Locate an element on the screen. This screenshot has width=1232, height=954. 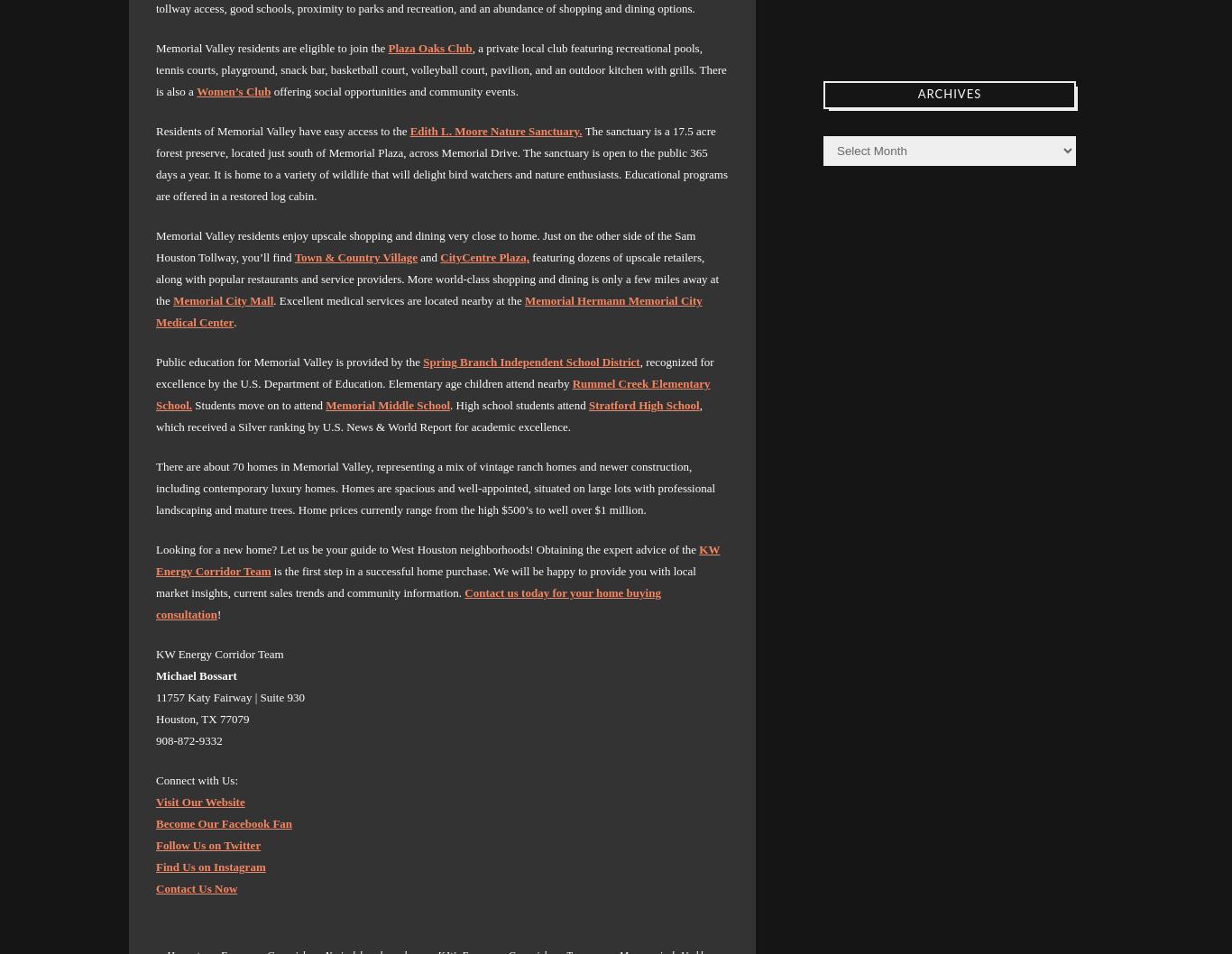
'Michael Bossart' is located at coordinates (195, 675).